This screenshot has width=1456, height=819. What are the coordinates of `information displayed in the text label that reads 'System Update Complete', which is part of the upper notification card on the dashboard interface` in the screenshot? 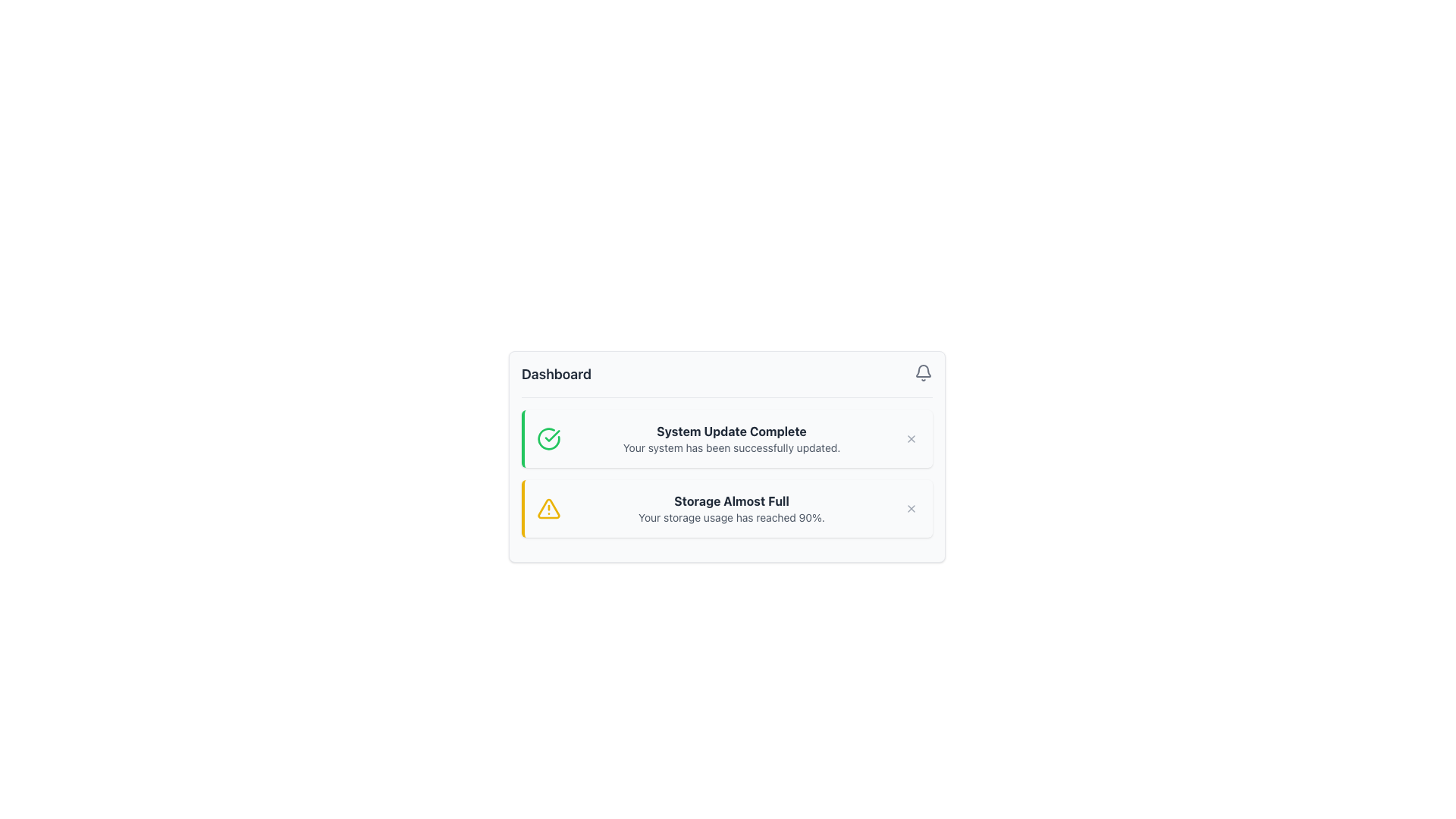 It's located at (731, 431).